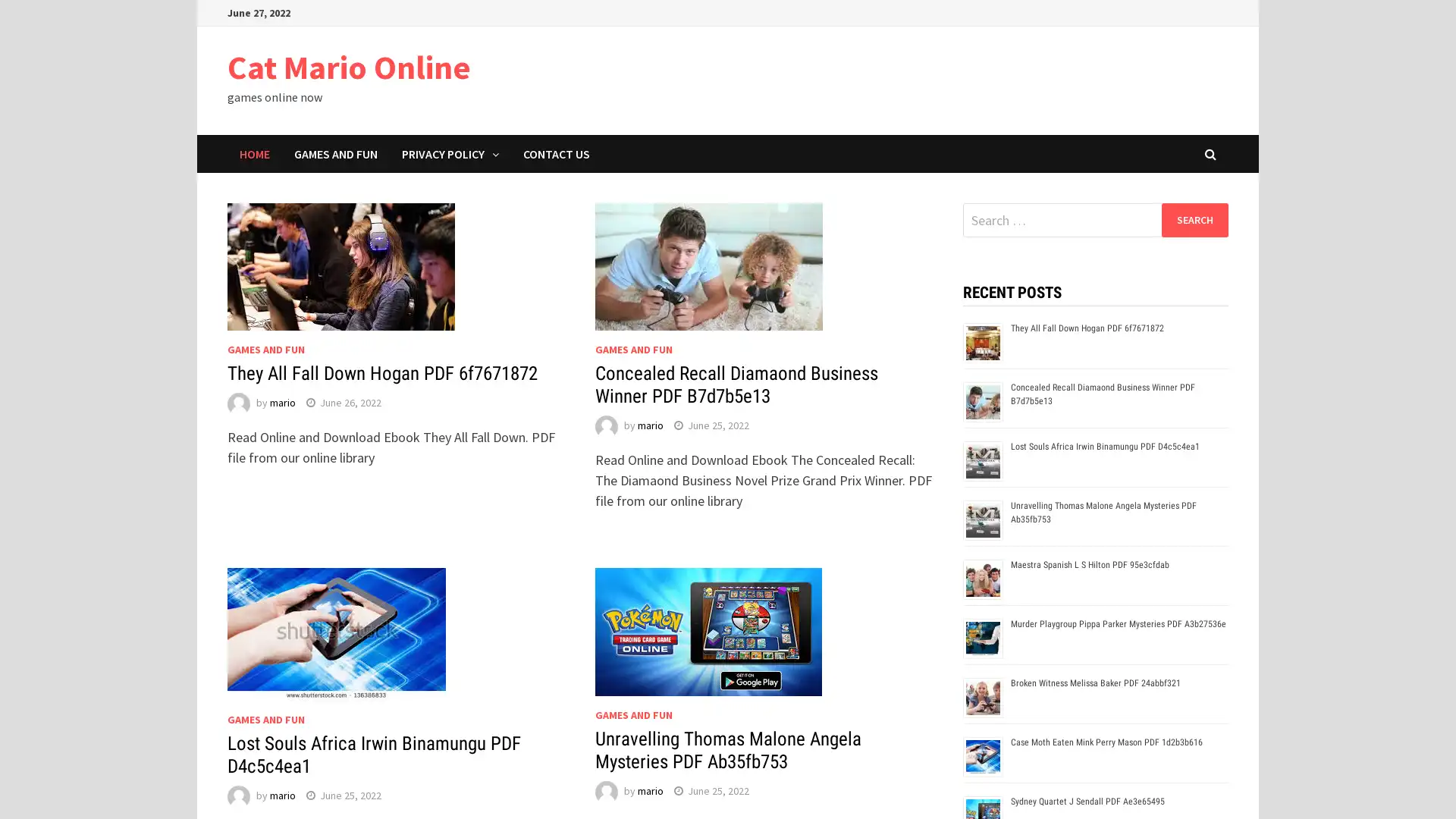  I want to click on Search, so click(1194, 219).